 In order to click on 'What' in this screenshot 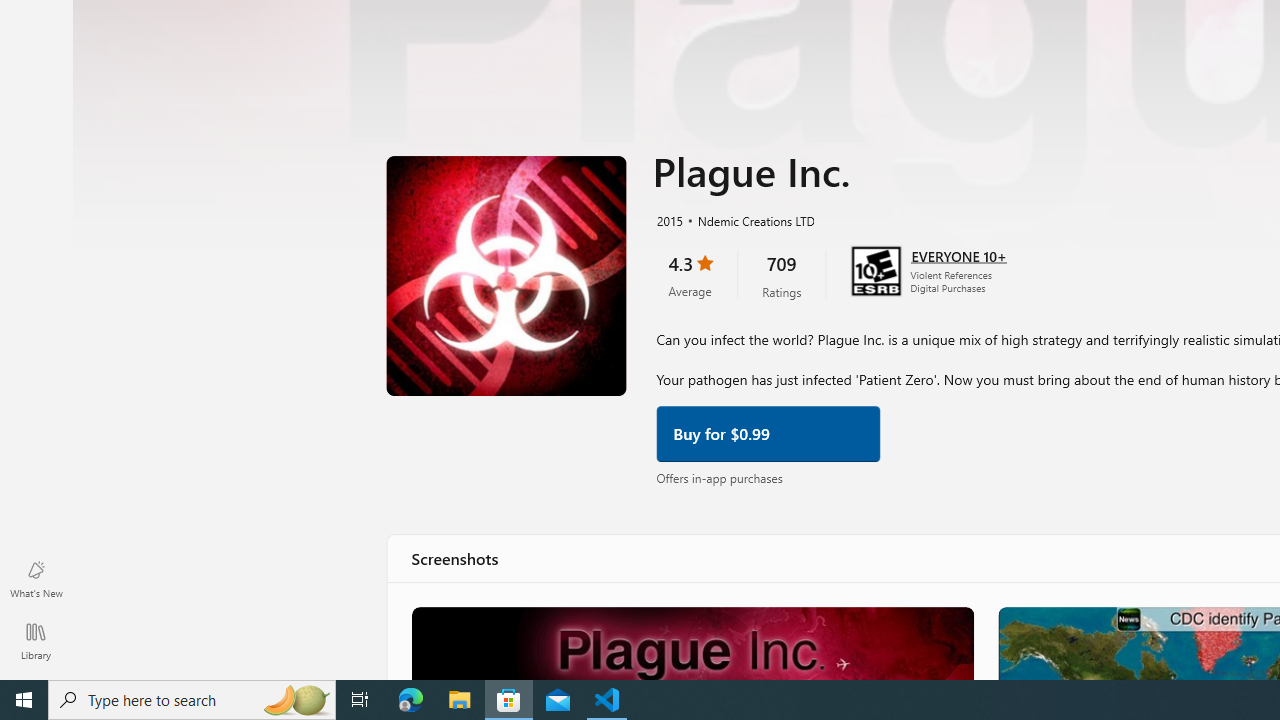, I will do `click(35, 578)`.